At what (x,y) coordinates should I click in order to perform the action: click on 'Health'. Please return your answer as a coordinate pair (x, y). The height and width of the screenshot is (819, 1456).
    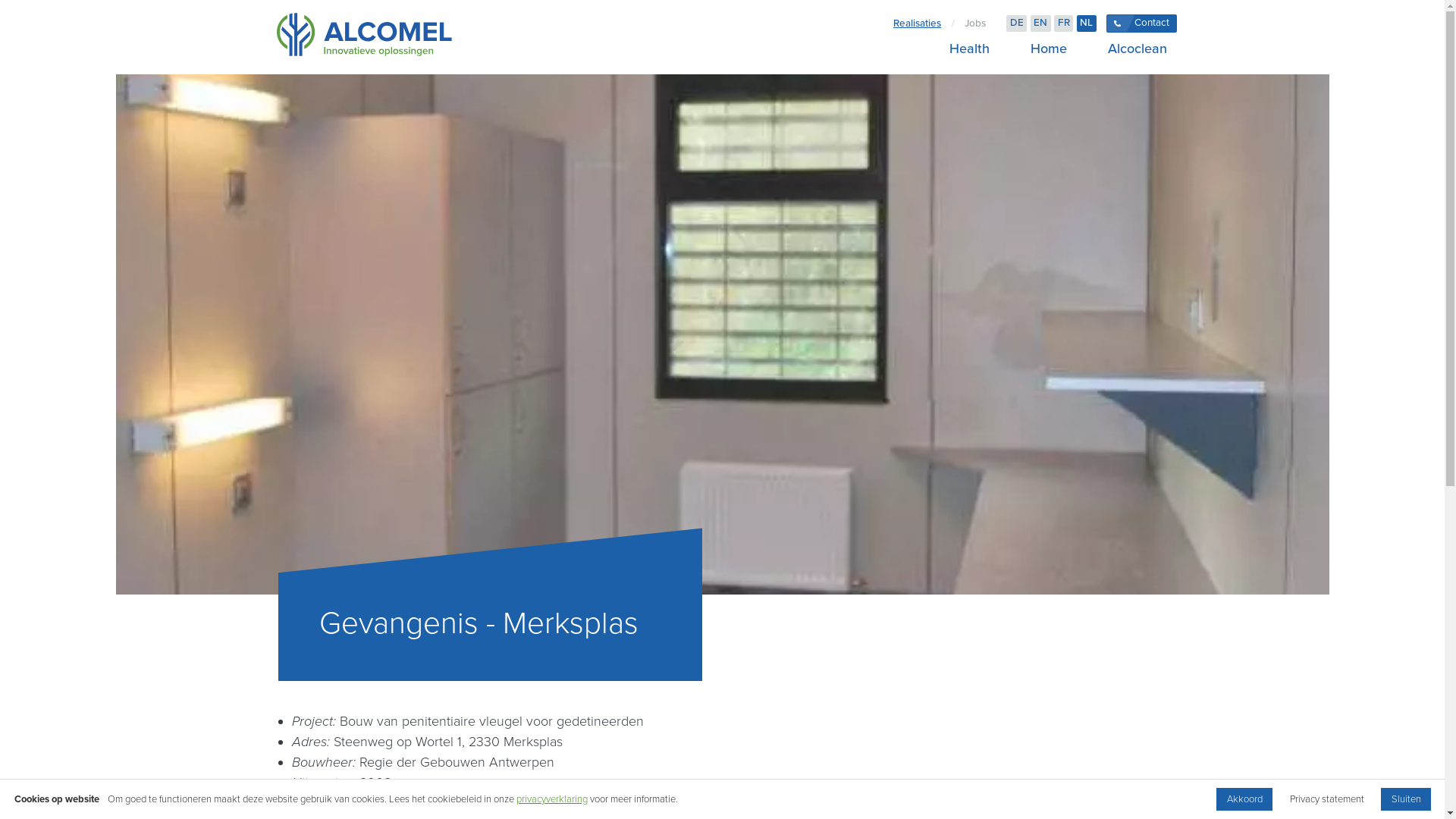
    Looking at the image, I should click on (968, 48).